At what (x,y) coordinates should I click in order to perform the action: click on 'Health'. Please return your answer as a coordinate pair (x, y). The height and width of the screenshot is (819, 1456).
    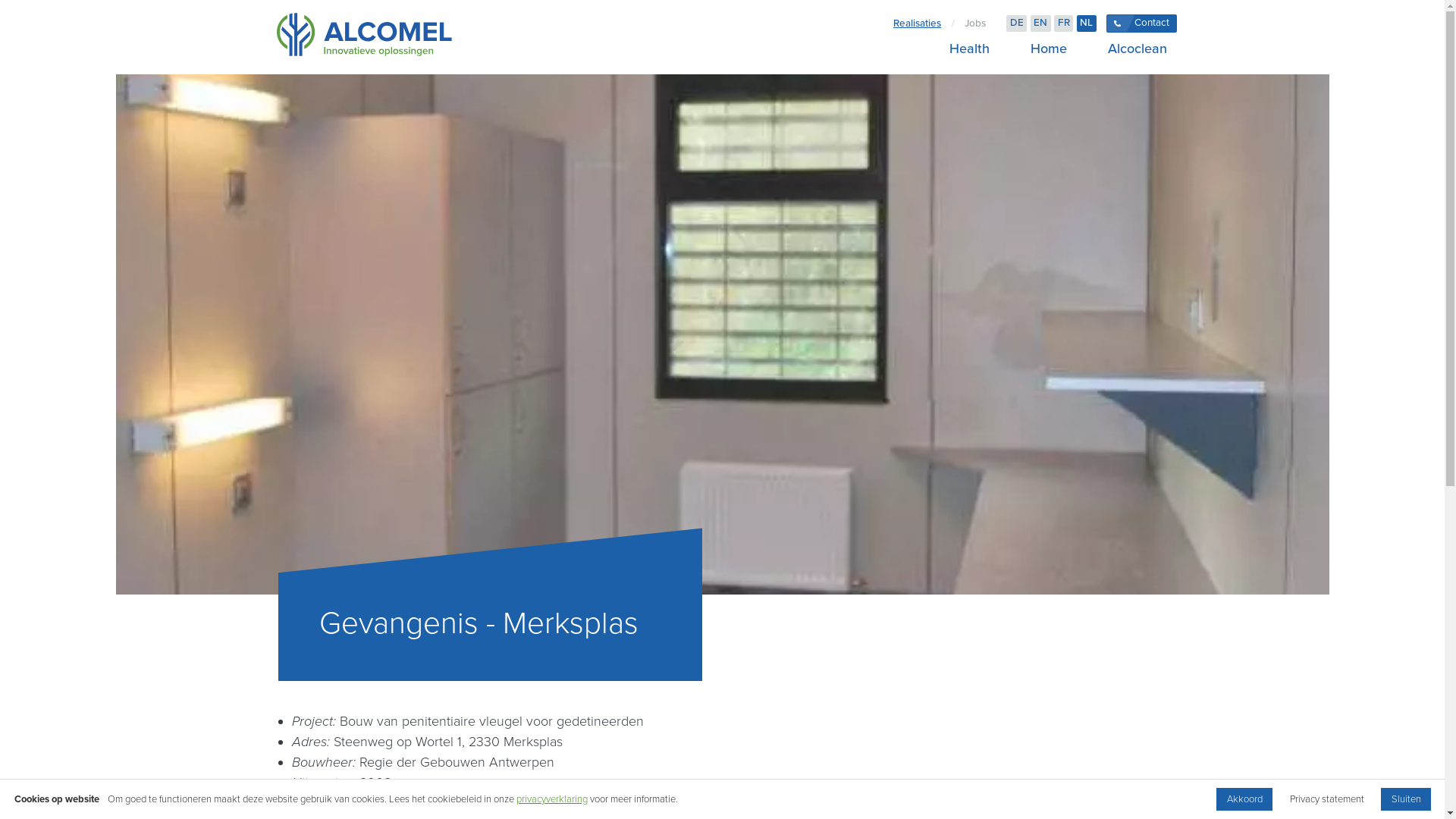
    Looking at the image, I should click on (968, 48).